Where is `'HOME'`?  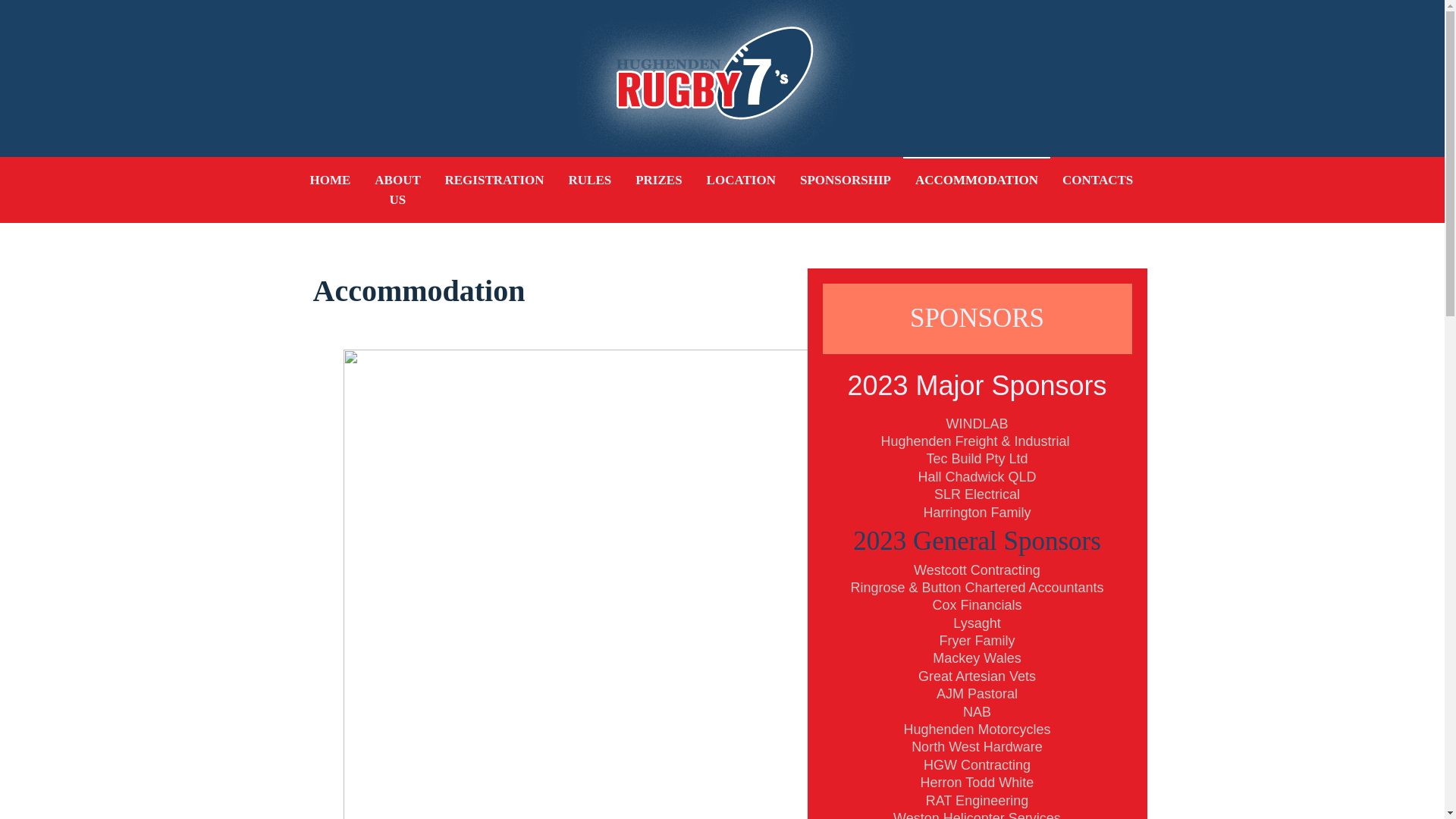 'HOME' is located at coordinates (329, 180).